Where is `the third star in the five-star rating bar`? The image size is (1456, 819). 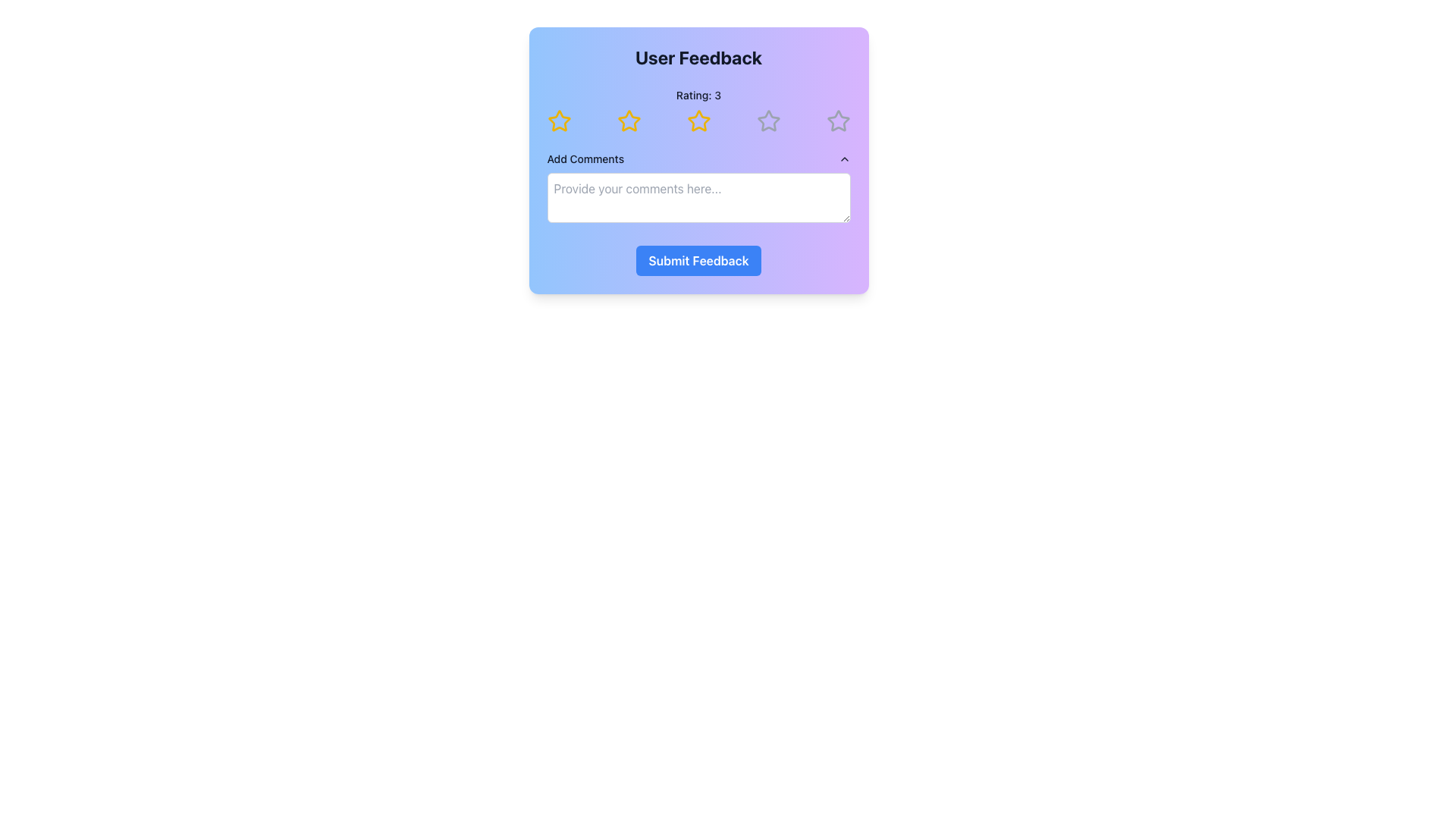 the third star in the five-star rating bar is located at coordinates (629, 120).